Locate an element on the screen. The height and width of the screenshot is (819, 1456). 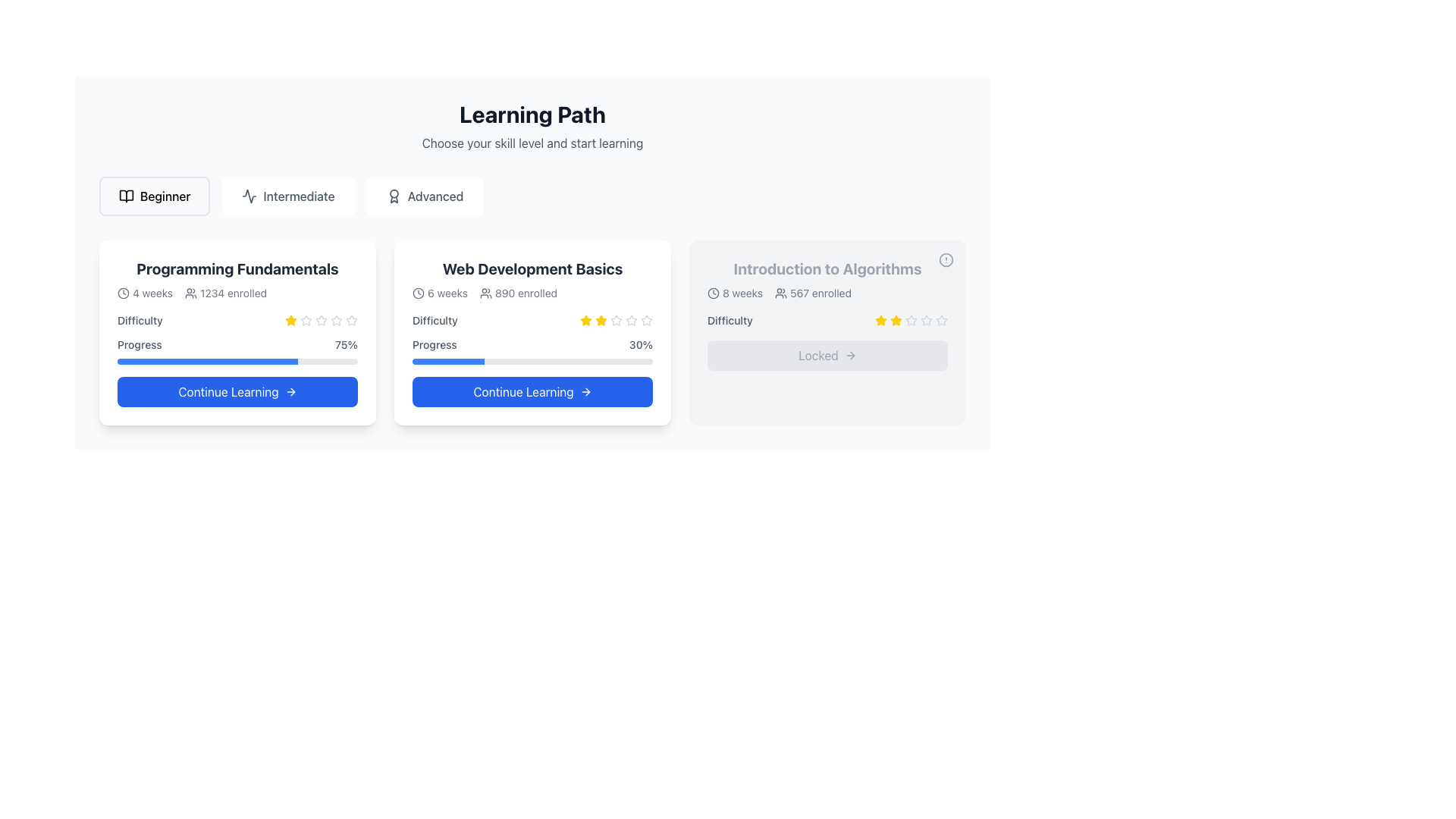
the fifth star icon outlined in gray with no fill color in the difficulty rating section of the 'Introduction to Algorithms' course card is located at coordinates (926, 320).